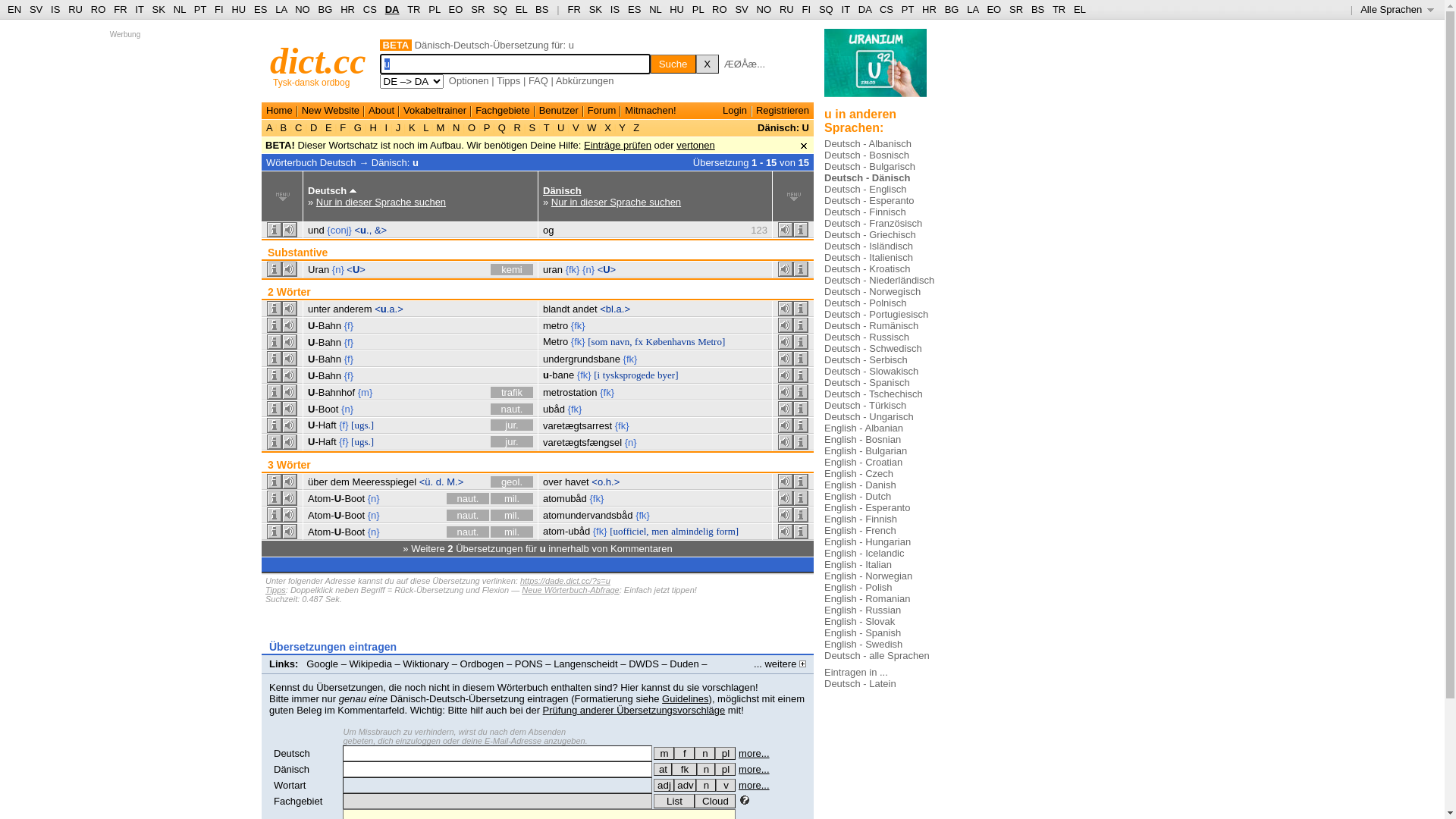 The width and height of the screenshot is (1456, 819). I want to click on 'https://dade.dict.cc/?s=u', so click(564, 580).